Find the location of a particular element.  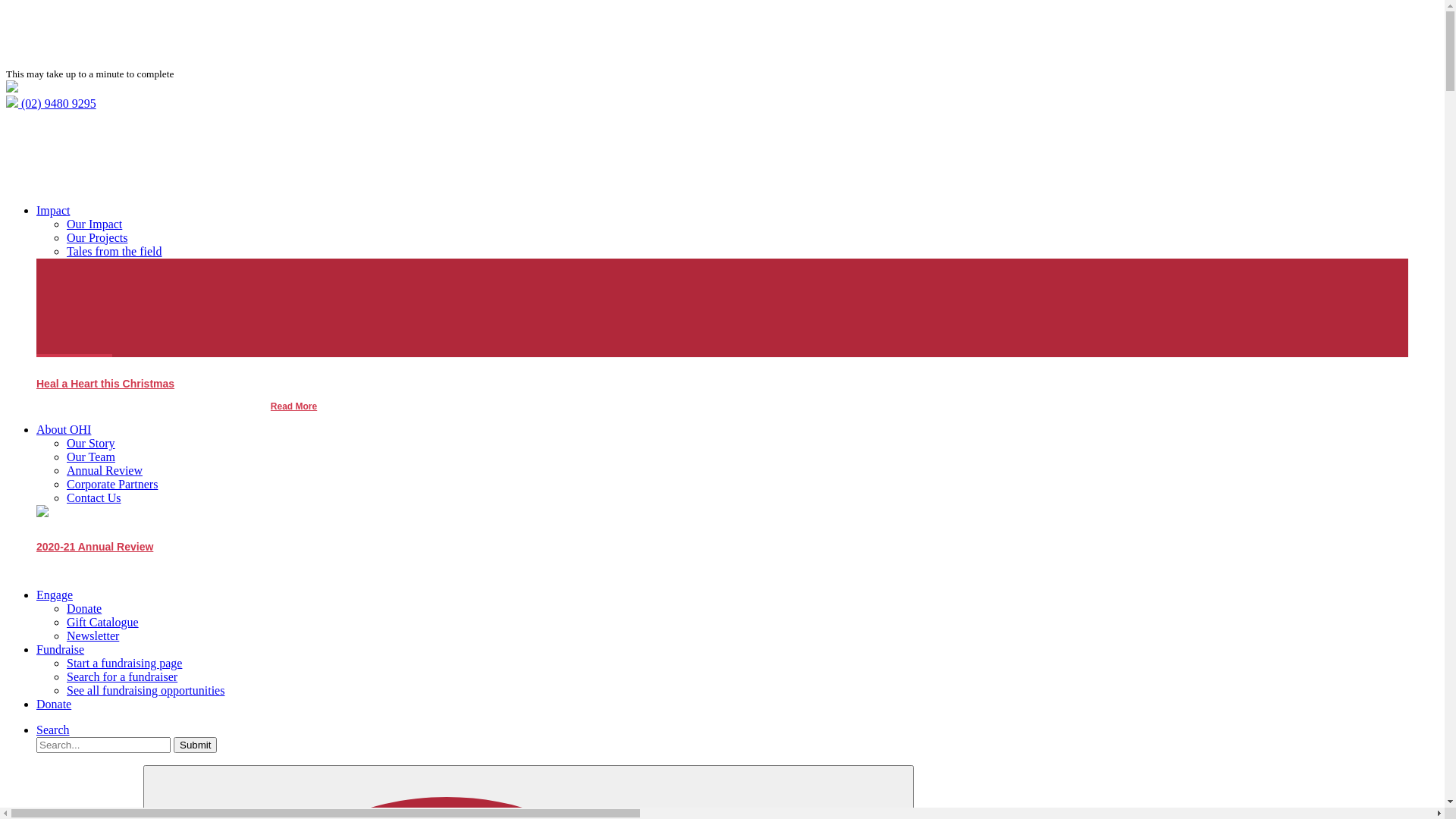

'Start a fundraising page' is located at coordinates (124, 662).